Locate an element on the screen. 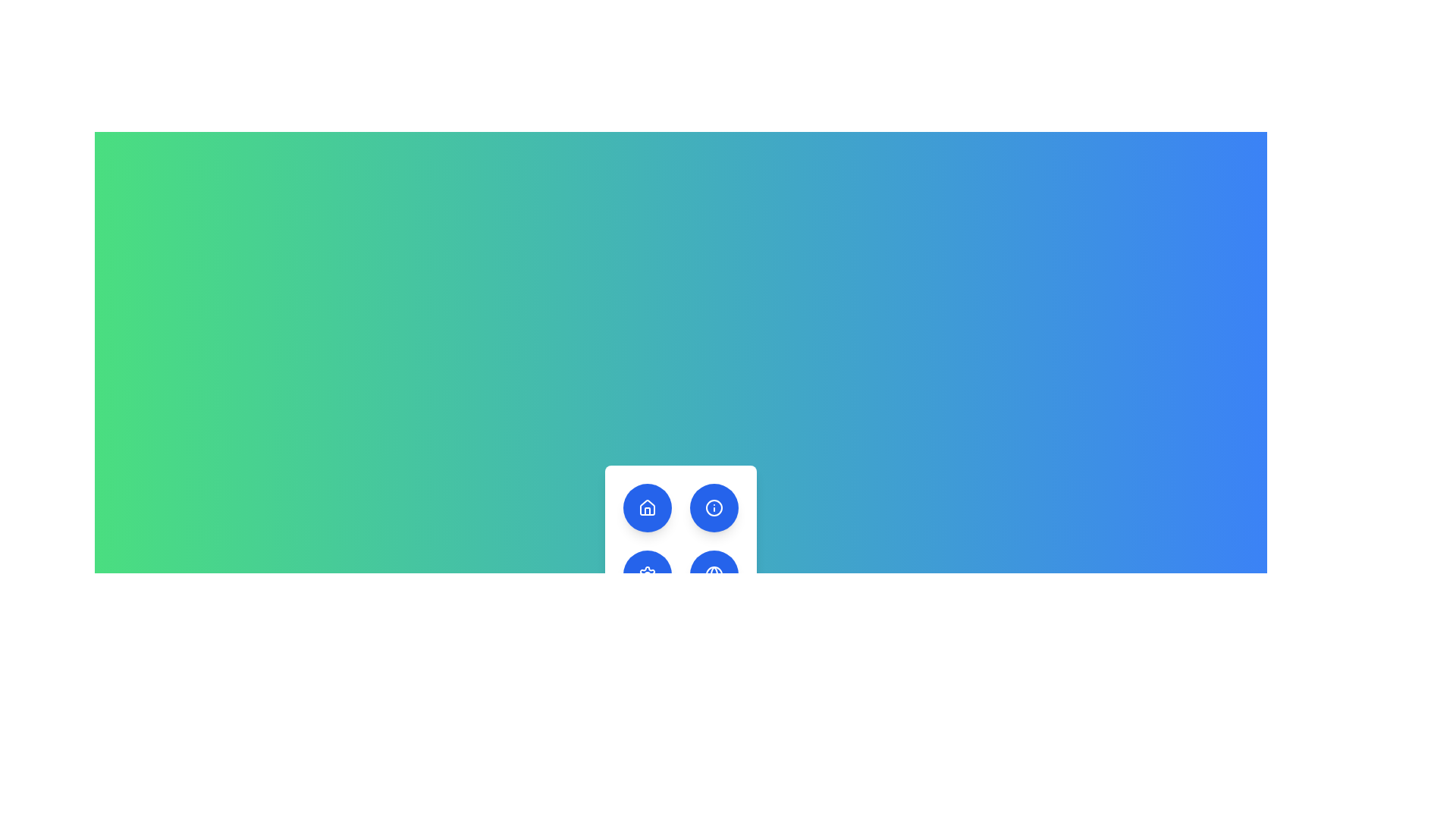 This screenshot has height=819, width=1456. the button located in the top-right corner of the grid layout is located at coordinates (713, 508).